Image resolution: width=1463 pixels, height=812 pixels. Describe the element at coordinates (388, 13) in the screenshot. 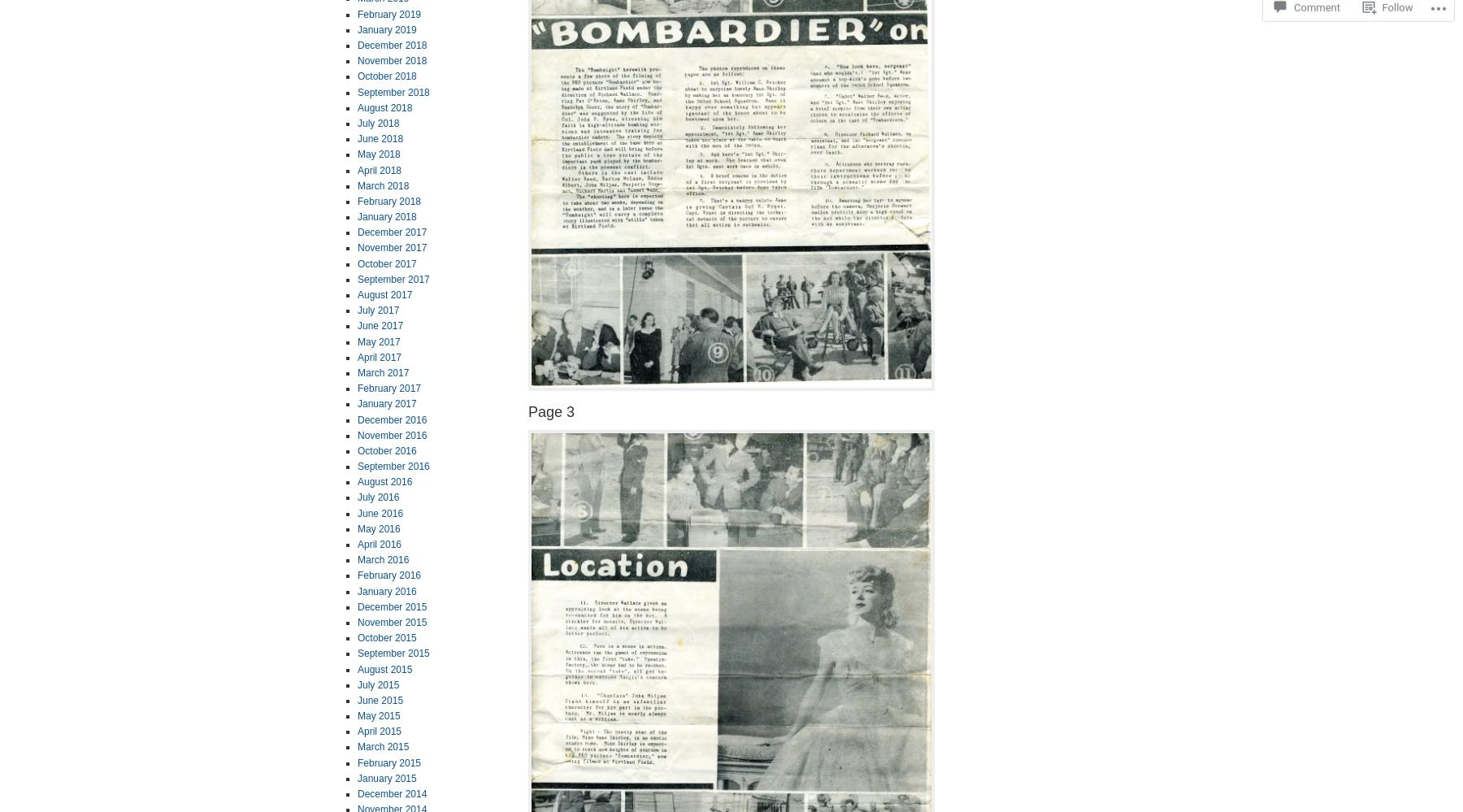

I see `'February 2019'` at that location.